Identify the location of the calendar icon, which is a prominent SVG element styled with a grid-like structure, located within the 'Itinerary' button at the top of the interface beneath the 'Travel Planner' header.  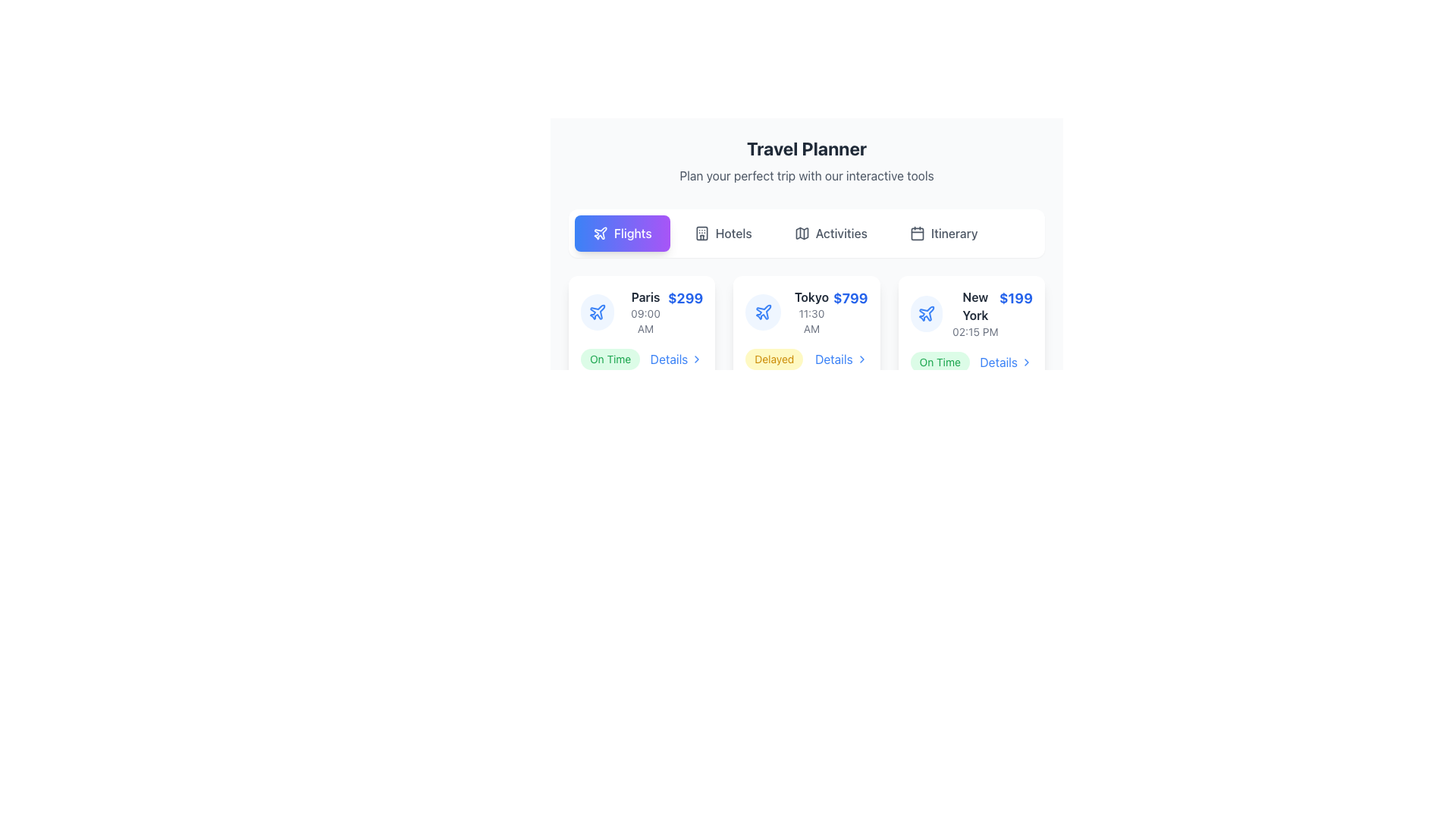
(916, 234).